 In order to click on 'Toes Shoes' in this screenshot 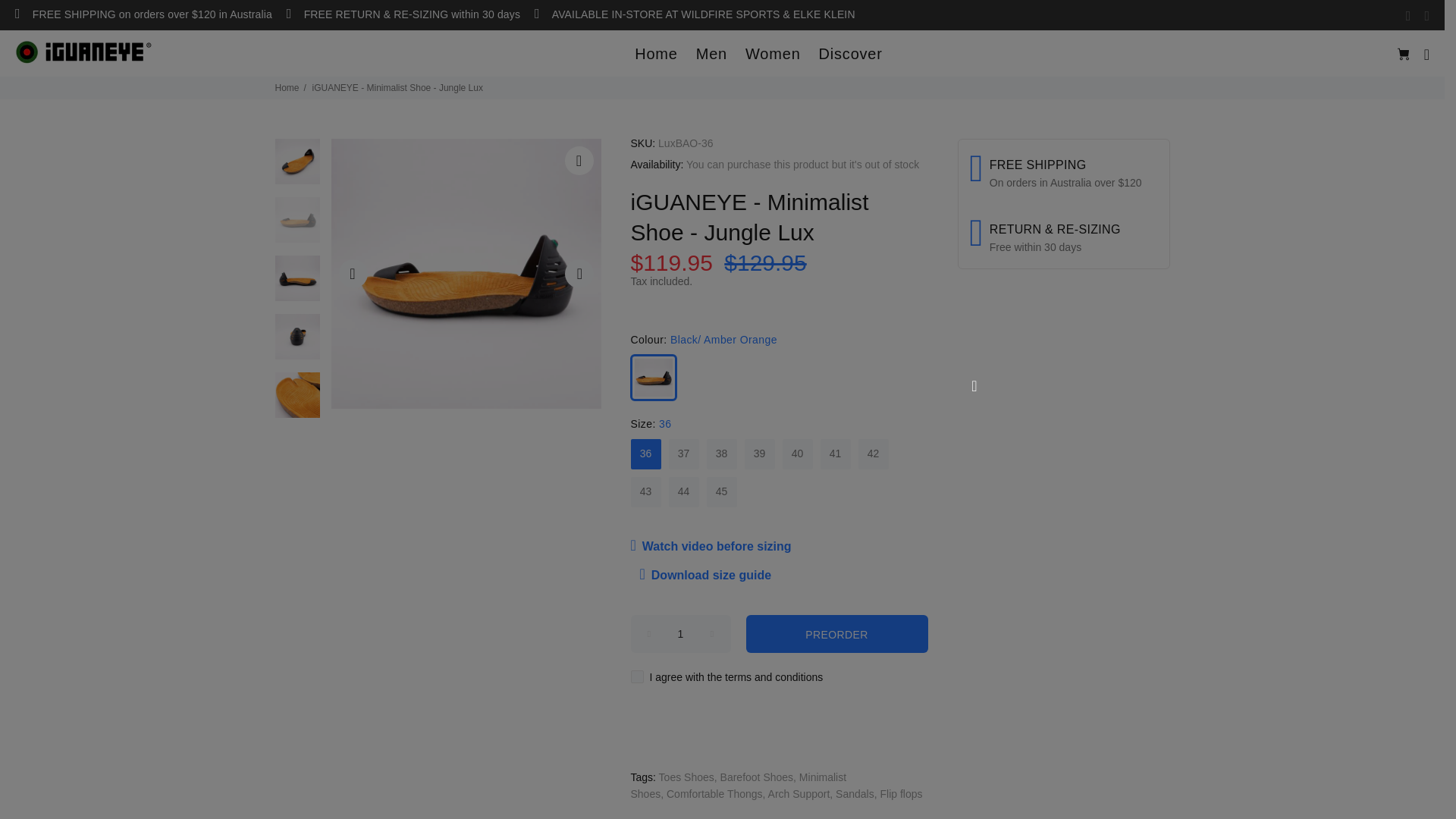, I will do `click(686, 777)`.